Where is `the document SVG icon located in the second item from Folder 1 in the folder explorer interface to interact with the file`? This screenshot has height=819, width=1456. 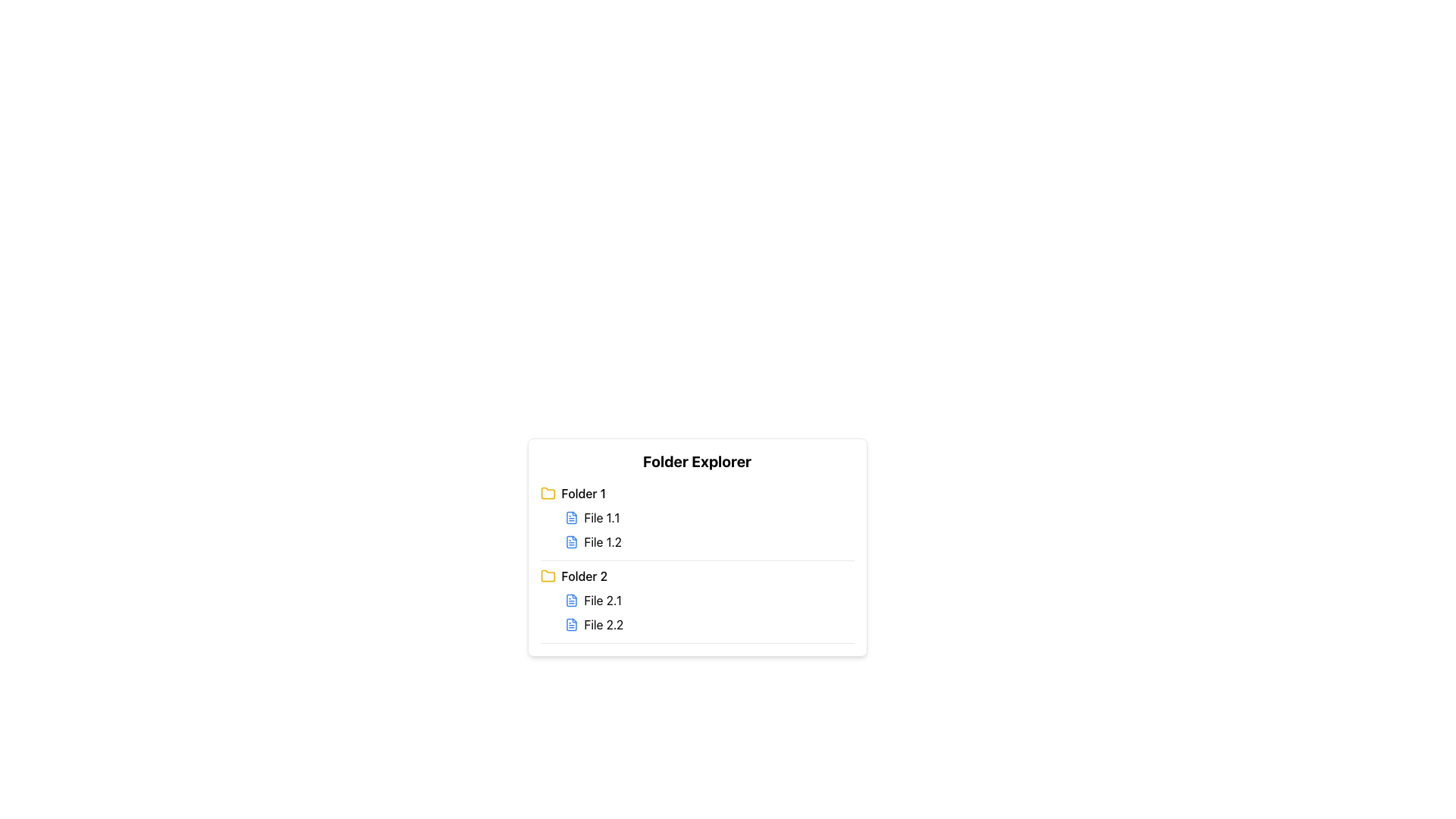 the document SVG icon located in the second item from Folder 1 in the folder explorer interface to interact with the file is located at coordinates (570, 541).